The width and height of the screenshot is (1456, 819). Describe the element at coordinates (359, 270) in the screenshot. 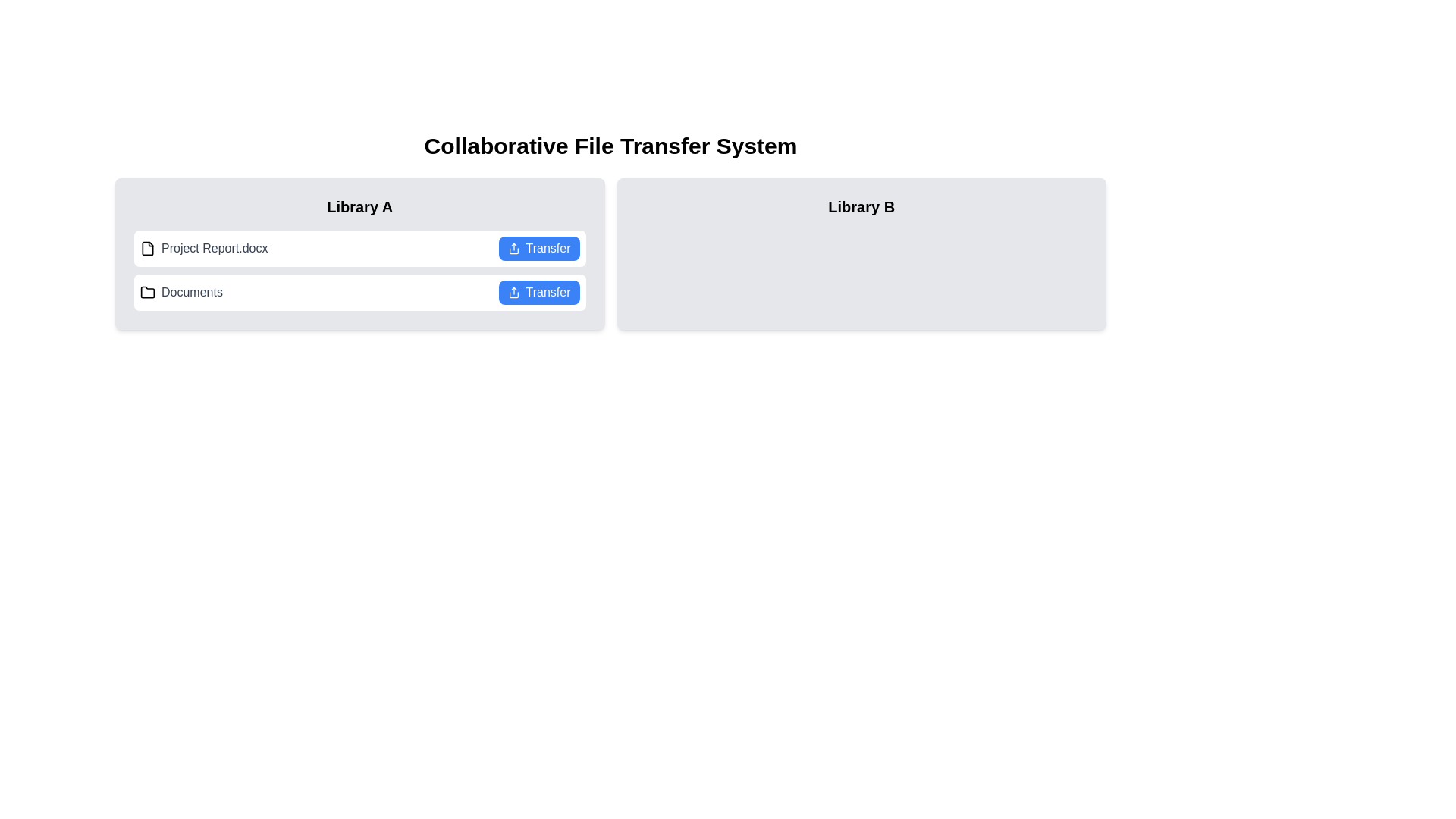

I see `the file item` at that location.